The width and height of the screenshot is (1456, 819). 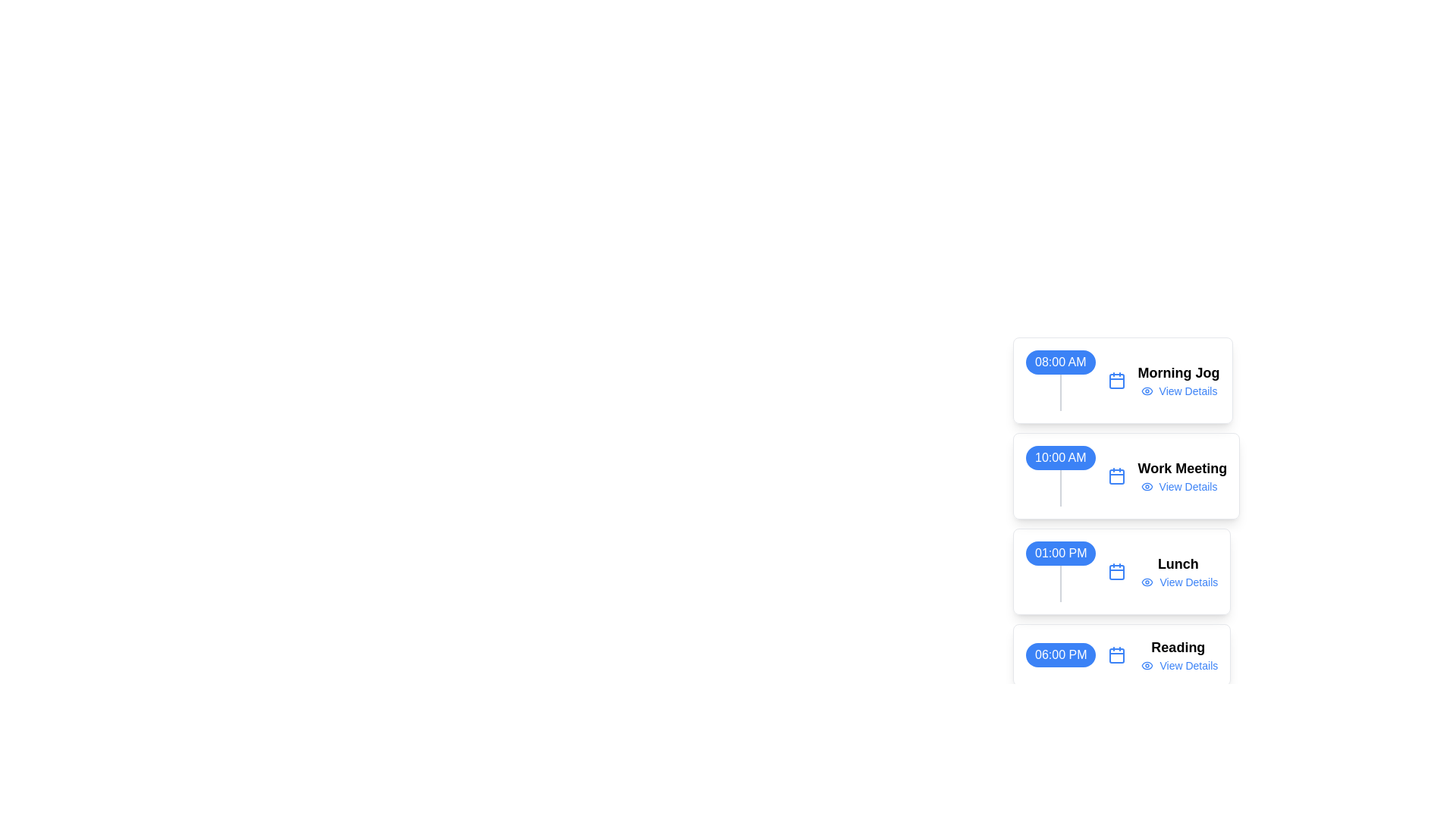 I want to click on the 'View Details' interactive text link, which is styled in a small blue font and accompanied by an eye icon on its left, so click(x=1177, y=665).